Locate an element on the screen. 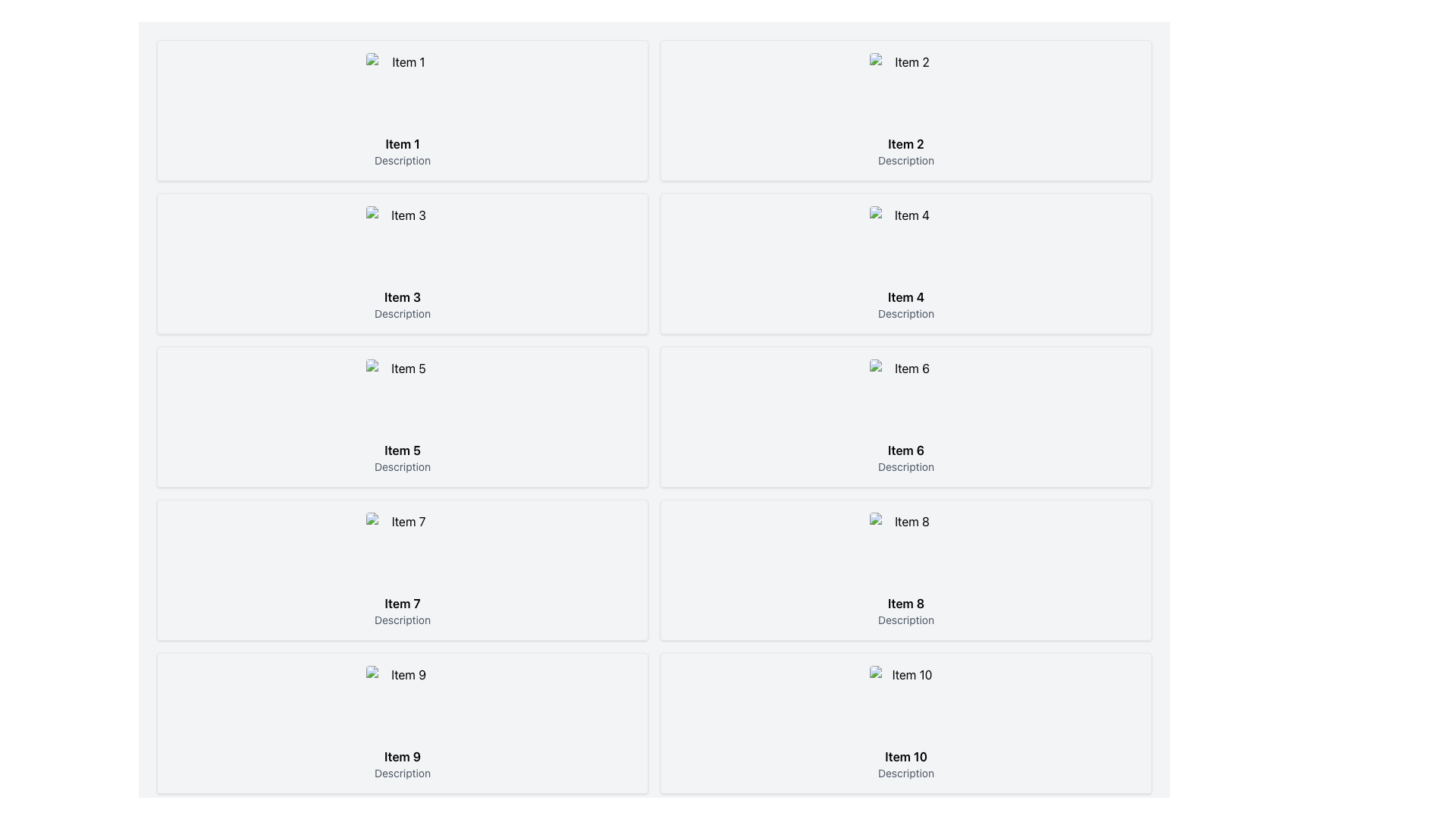 The height and width of the screenshot is (819, 1456). text content of the Text Label located in the lower section of the sixth card in a grid layout, positioned directly below the item's image and above the 'Description' text is located at coordinates (906, 450).